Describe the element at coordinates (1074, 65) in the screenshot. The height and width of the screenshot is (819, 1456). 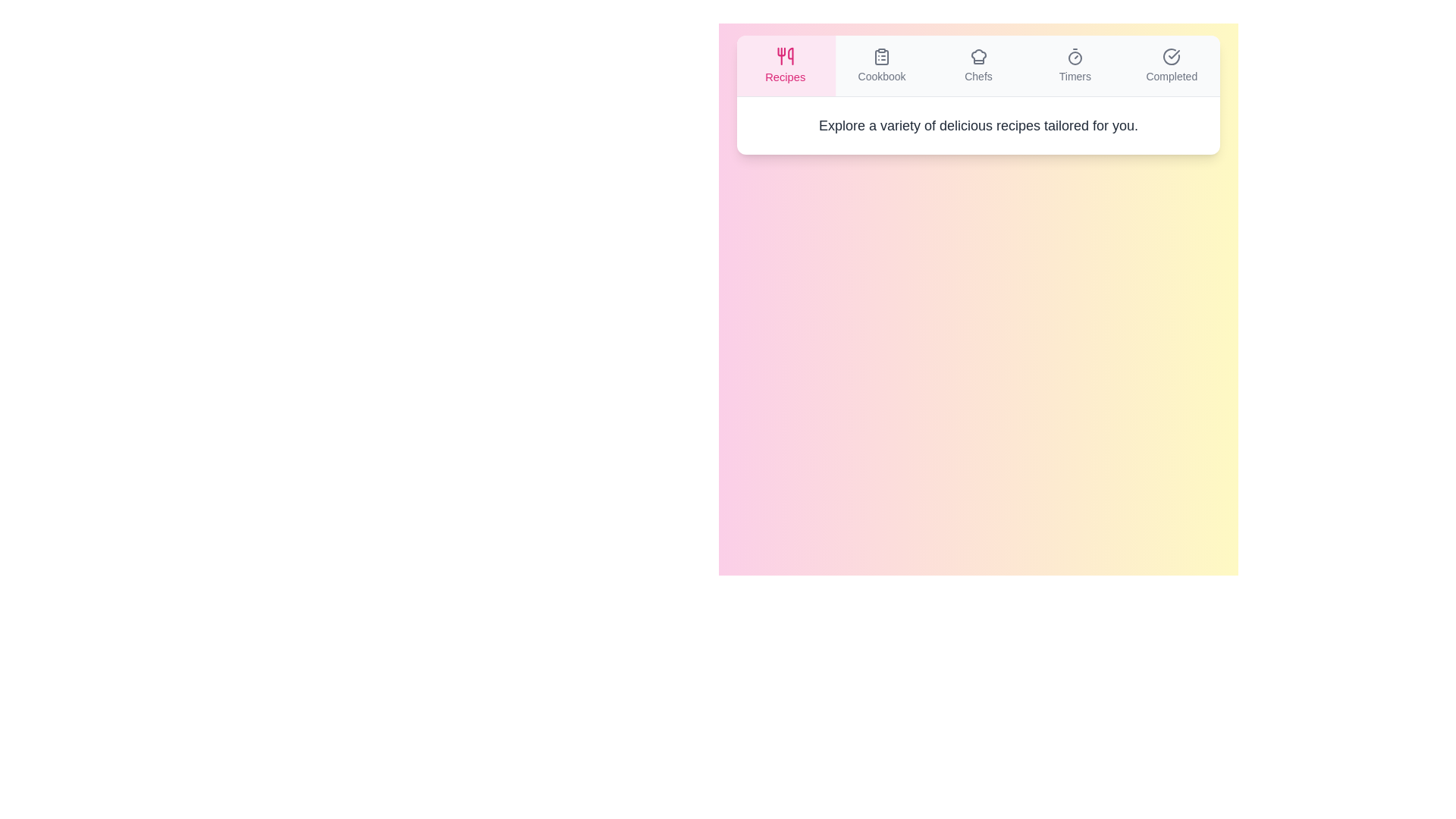
I see `the tab labeled Timers to view its associated content` at that location.